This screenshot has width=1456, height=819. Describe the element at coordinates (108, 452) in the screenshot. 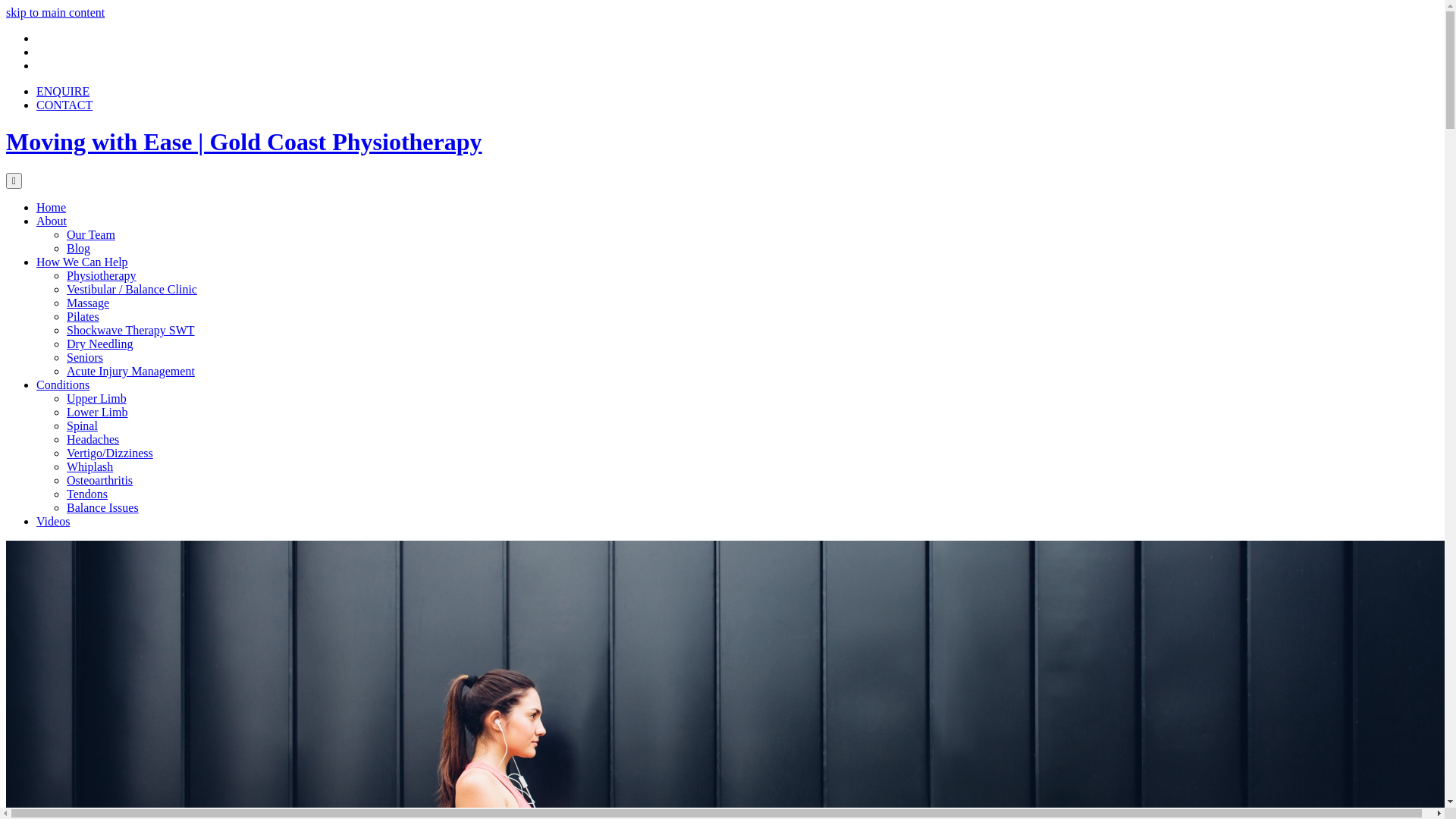

I see `'Vertigo/Dizziness'` at that location.